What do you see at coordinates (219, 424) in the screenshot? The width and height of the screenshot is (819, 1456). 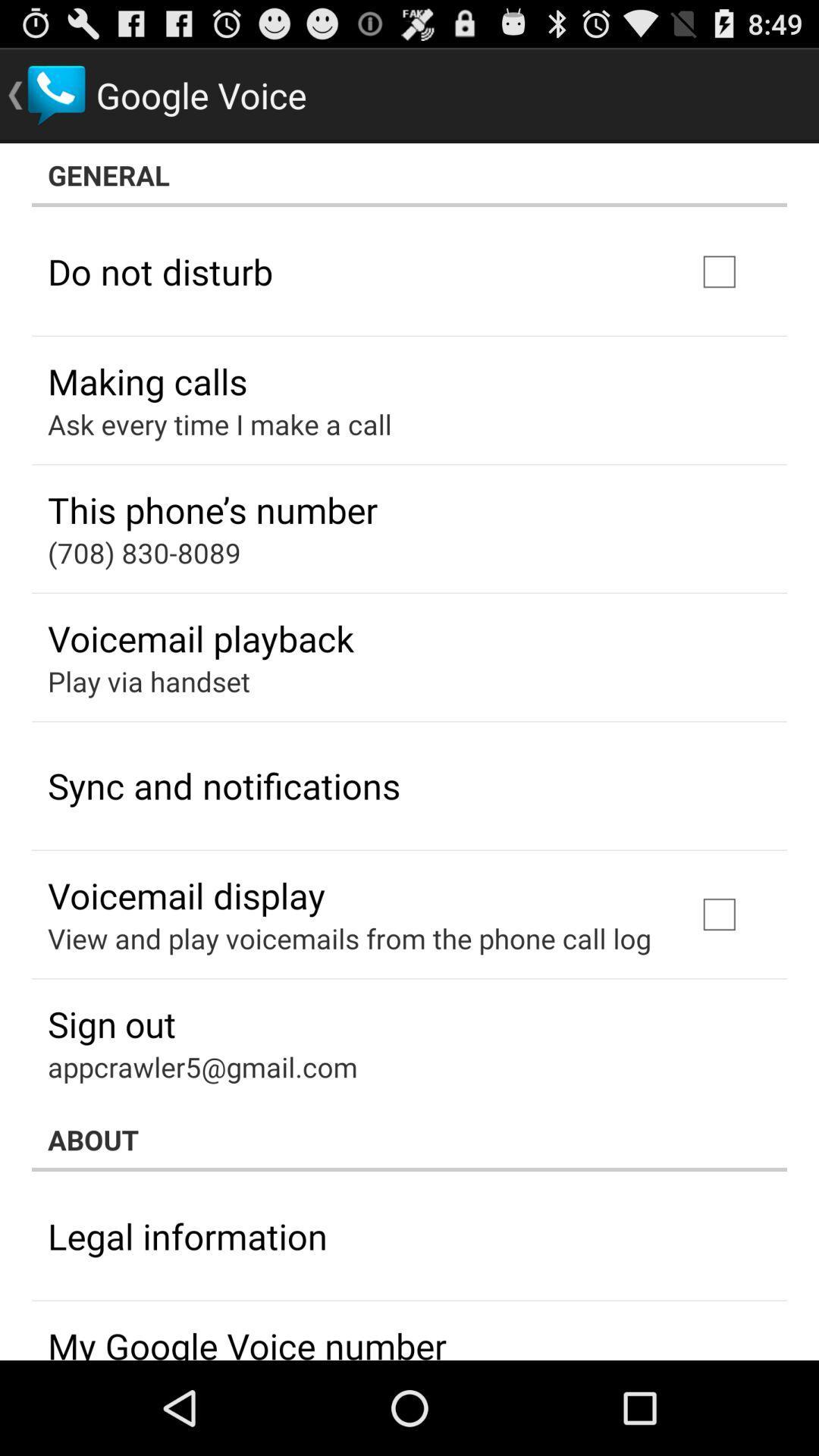 I see `ask every time app` at bounding box center [219, 424].